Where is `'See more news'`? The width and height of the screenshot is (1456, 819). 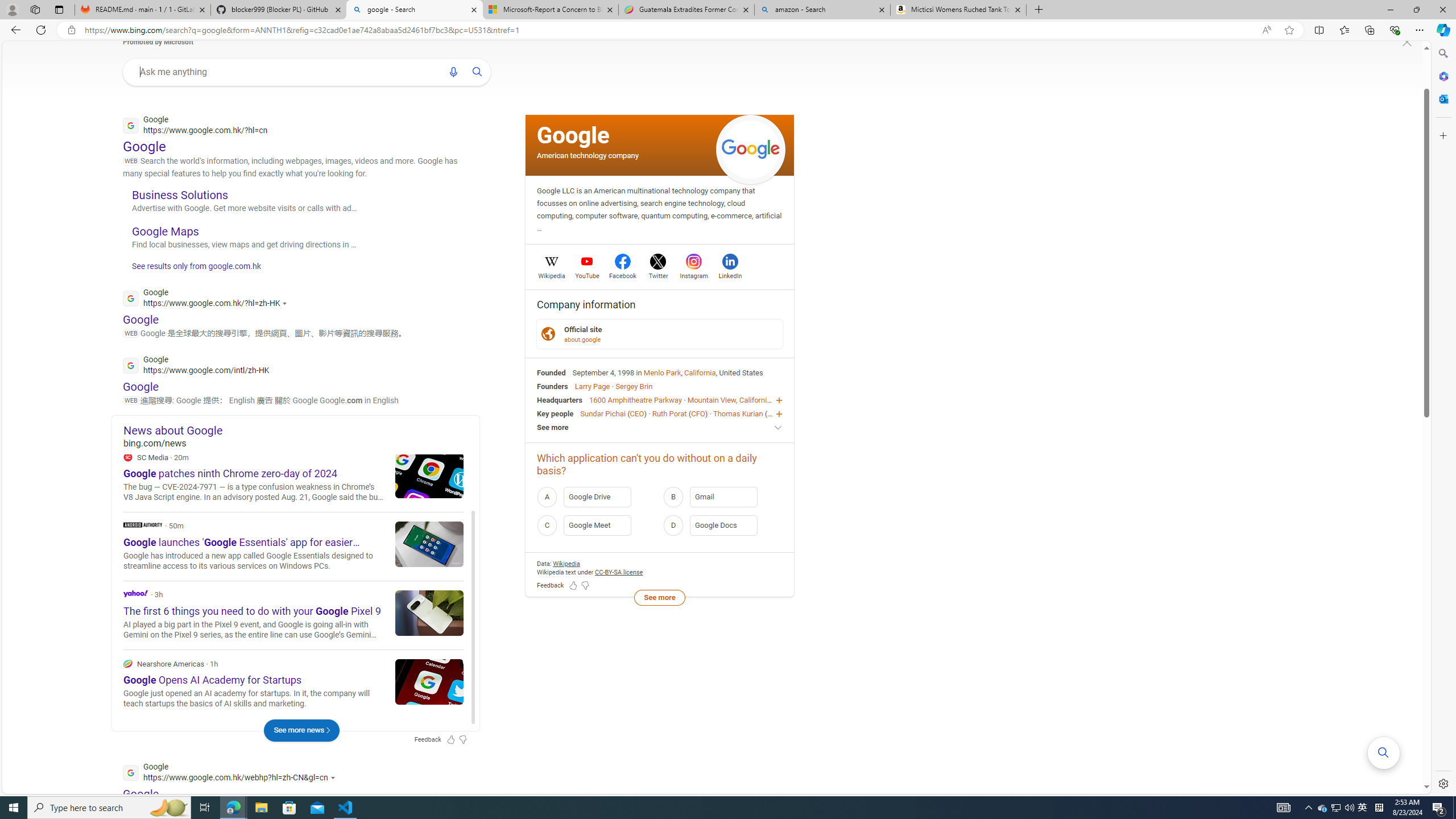
'See more news' is located at coordinates (301, 730).